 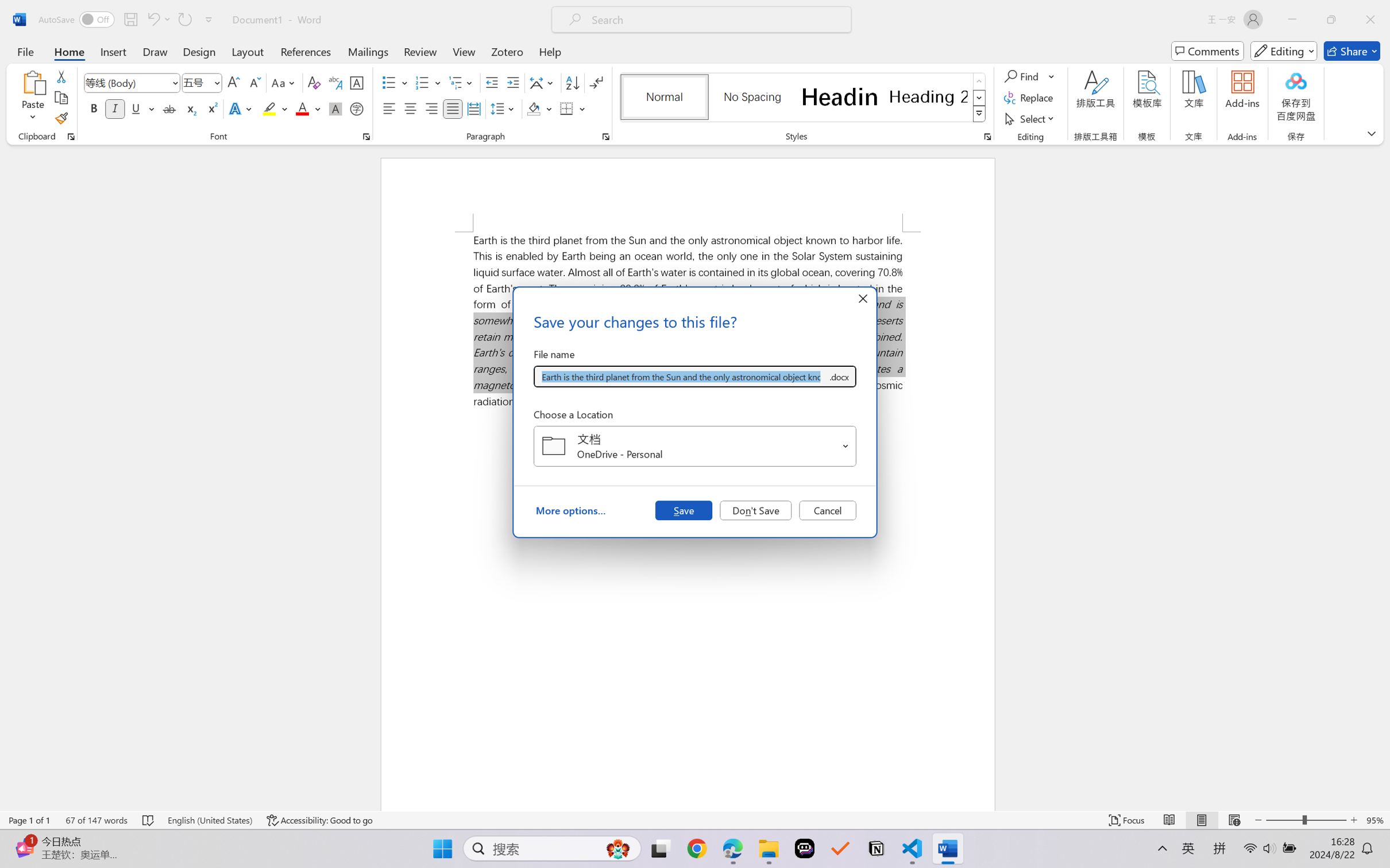 What do you see at coordinates (30, 820) in the screenshot?
I see `'Page Number Page 1 of 1'` at bounding box center [30, 820].